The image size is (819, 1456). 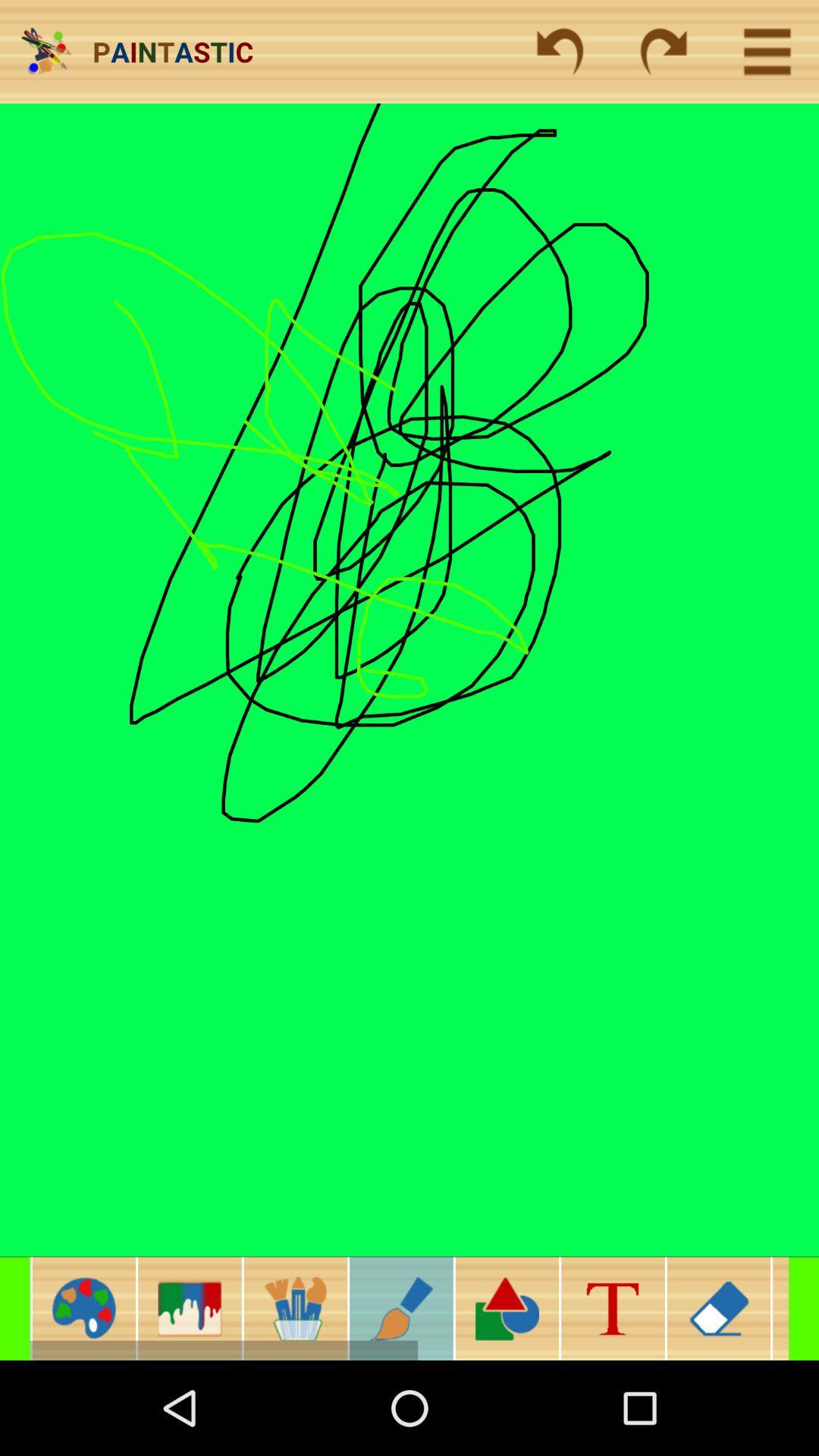 What do you see at coordinates (767, 52) in the screenshot?
I see `the menu icon` at bounding box center [767, 52].